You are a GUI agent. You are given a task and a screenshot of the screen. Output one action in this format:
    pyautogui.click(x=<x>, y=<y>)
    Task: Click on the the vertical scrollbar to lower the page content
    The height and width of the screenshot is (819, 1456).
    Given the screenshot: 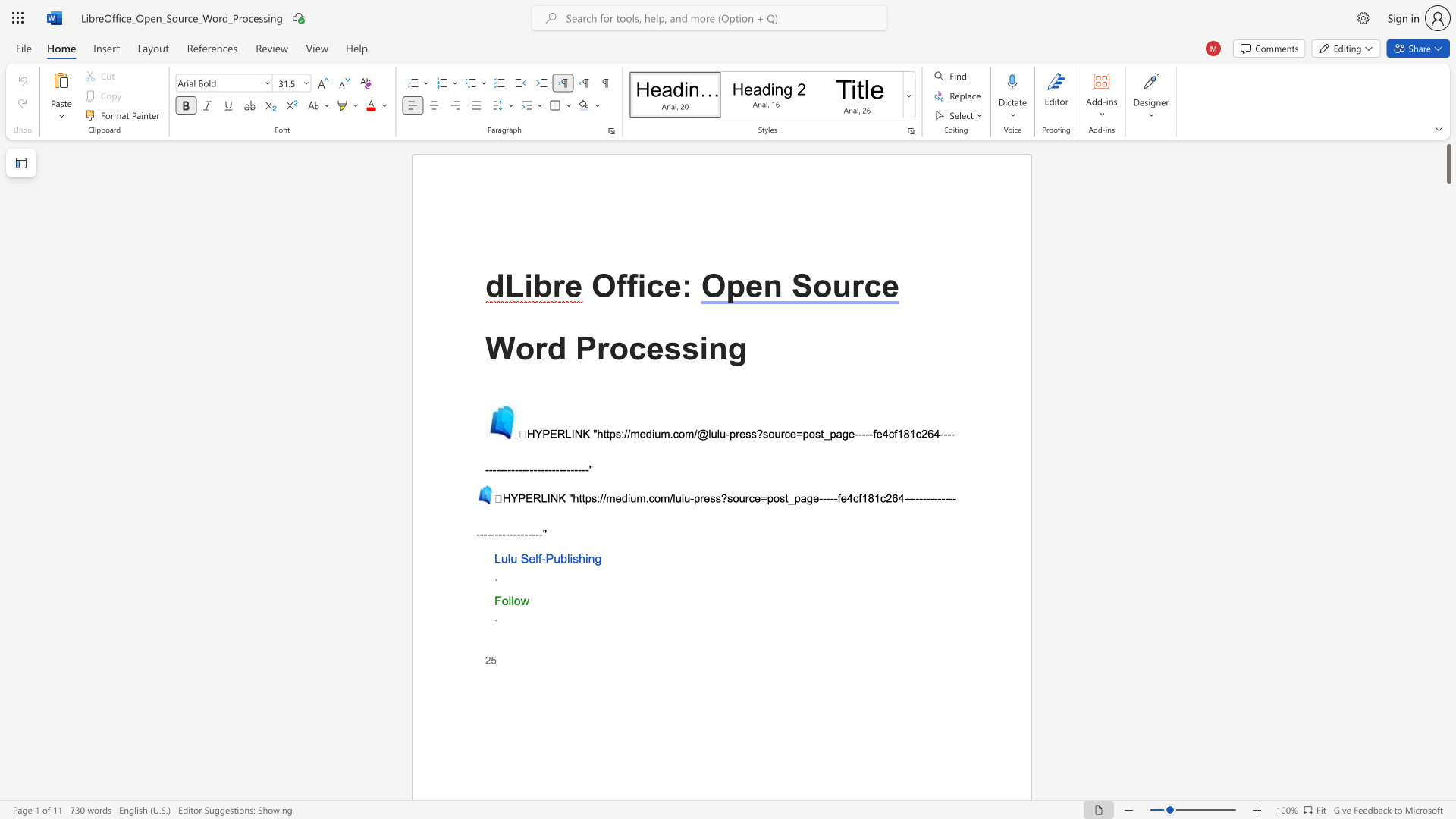 What is the action you would take?
    pyautogui.click(x=1448, y=605)
    